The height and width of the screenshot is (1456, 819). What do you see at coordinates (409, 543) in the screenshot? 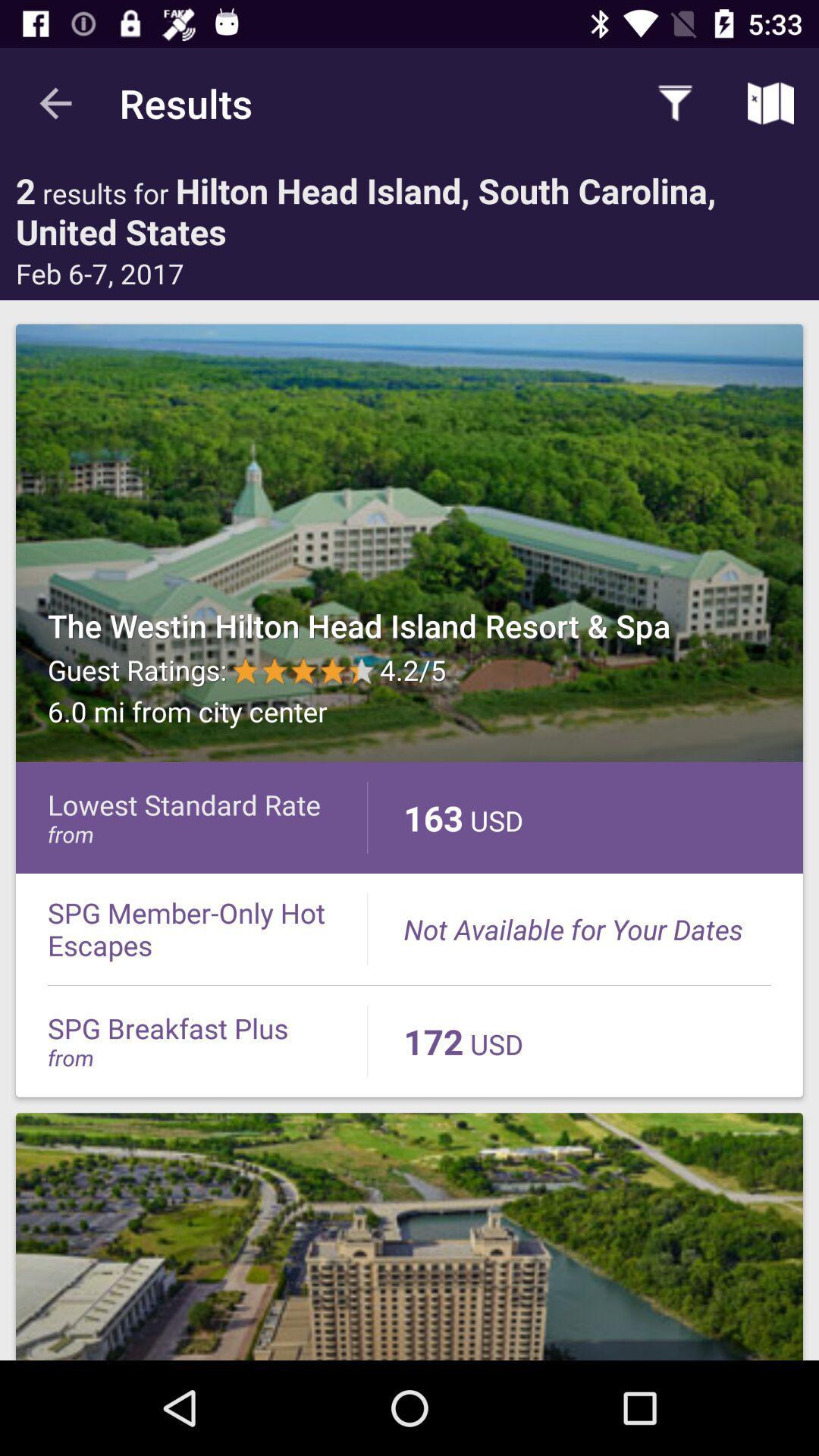
I see `option` at bounding box center [409, 543].